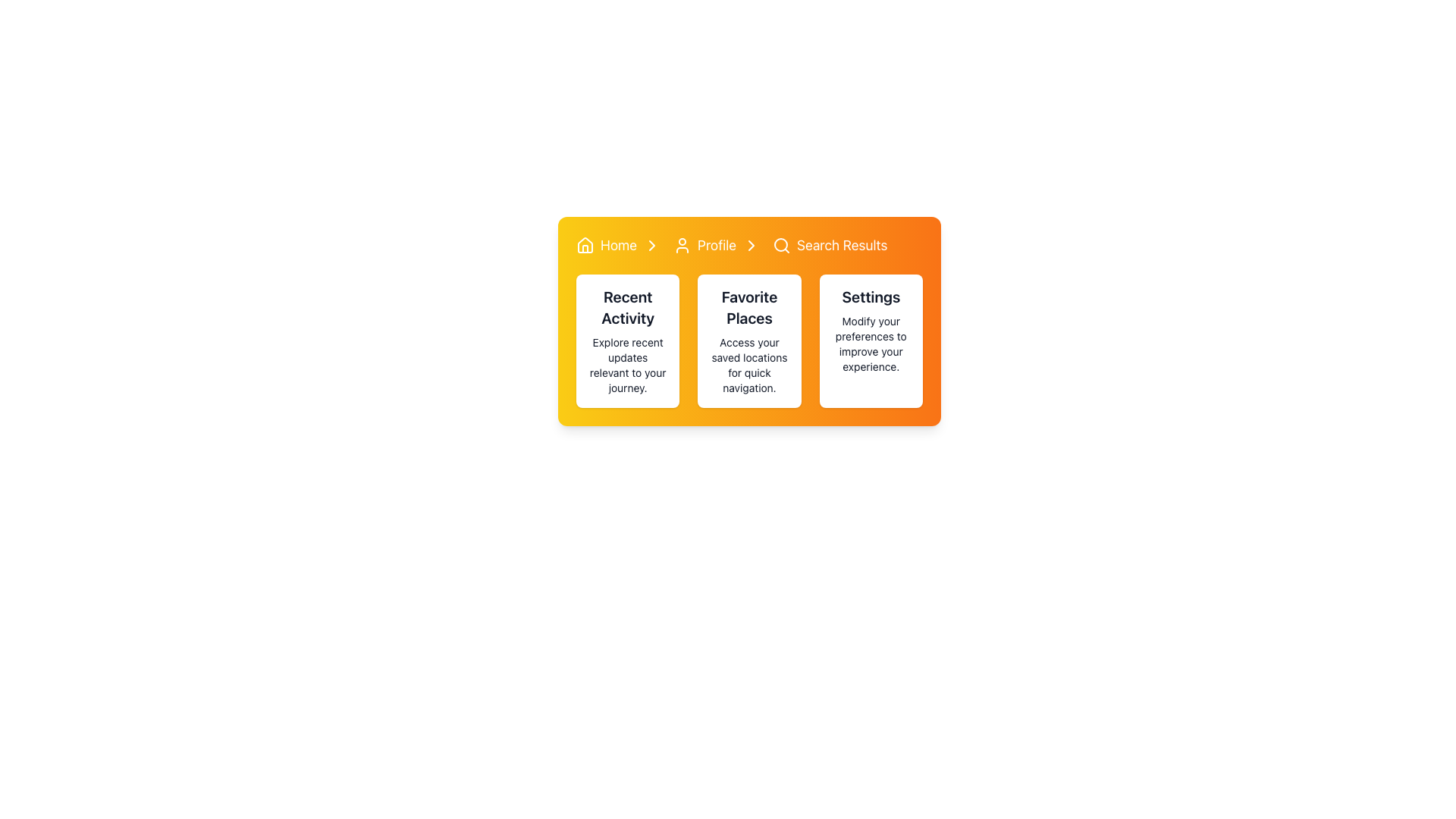 This screenshot has height=819, width=1456. I want to click on the bold 'Settings' text label, which is prominently displayed at the top-center of the third card in a horizontally aligned set of three cards, so click(871, 297).